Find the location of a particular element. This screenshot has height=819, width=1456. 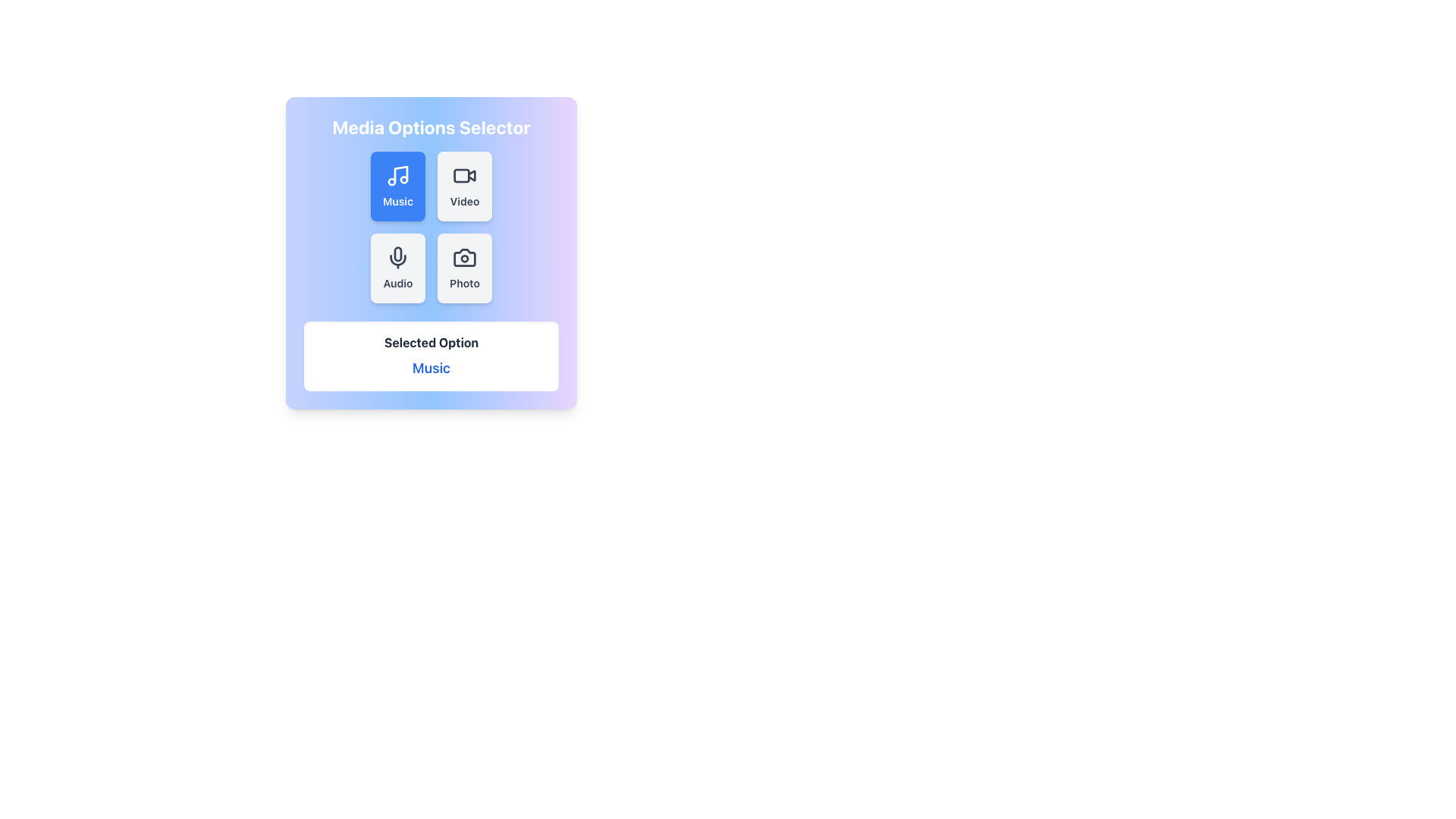

the highlighted 'Music' option in the Grid Layout of the 'Media Options Selector' card is located at coordinates (431, 227).